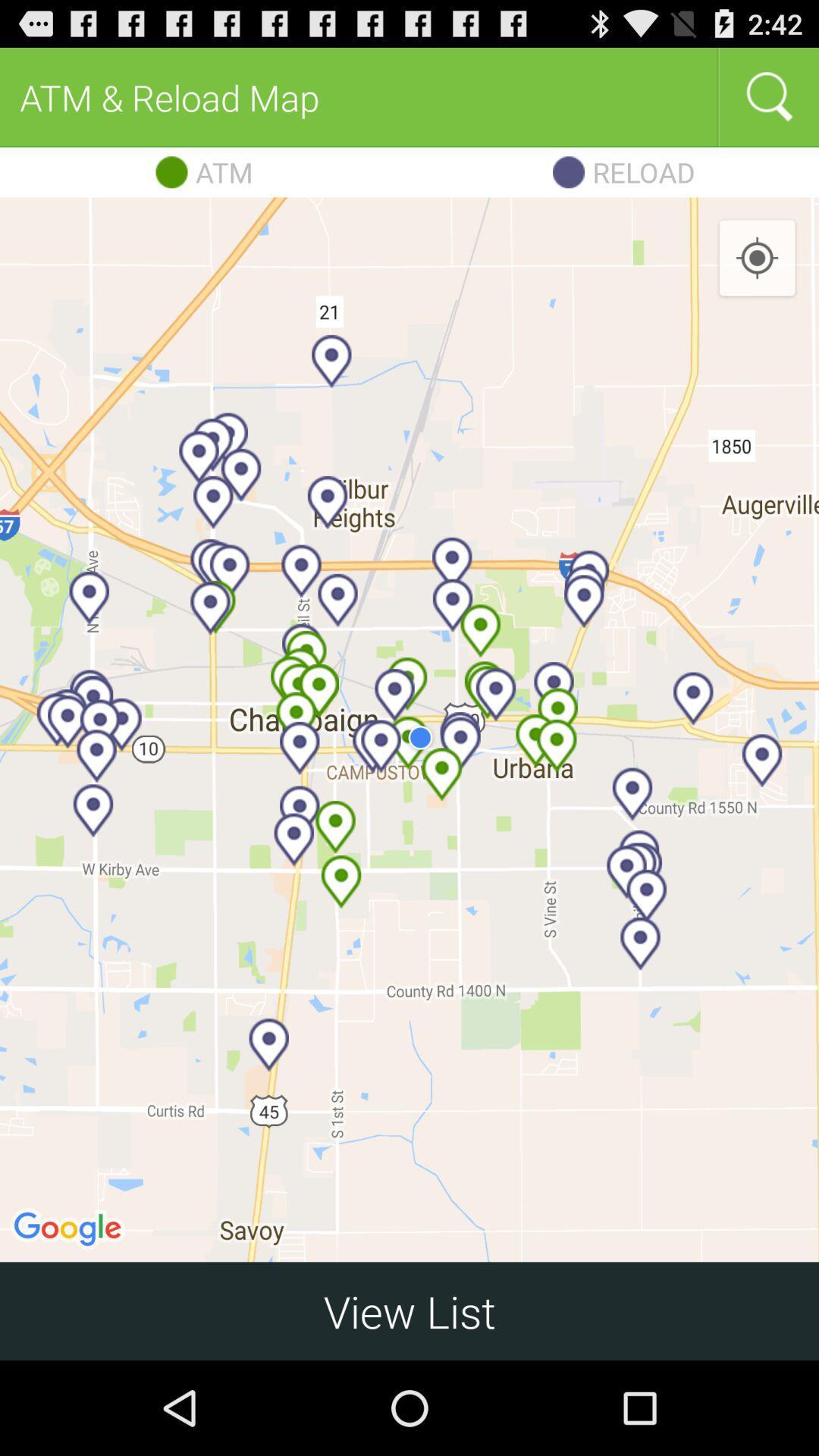  What do you see at coordinates (757, 277) in the screenshot?
I see `the location_crosshair icon` at bounding box center [757, 277].